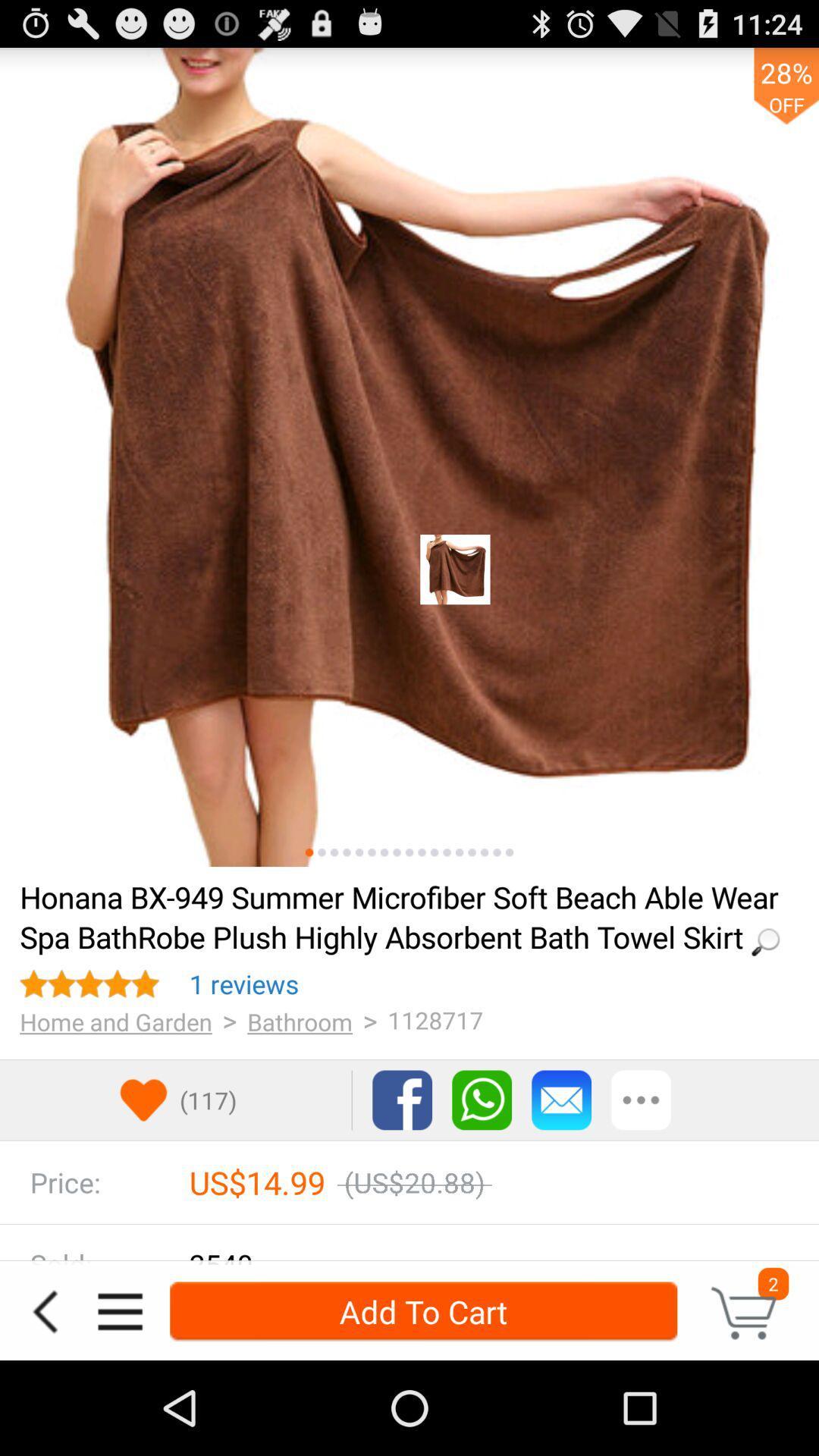 The width and height of the screenshot is (819, 1456). What do you see at coordinates (243, 984) in the screenshot?
I see `item above > app` at bounding box center [243, 984].